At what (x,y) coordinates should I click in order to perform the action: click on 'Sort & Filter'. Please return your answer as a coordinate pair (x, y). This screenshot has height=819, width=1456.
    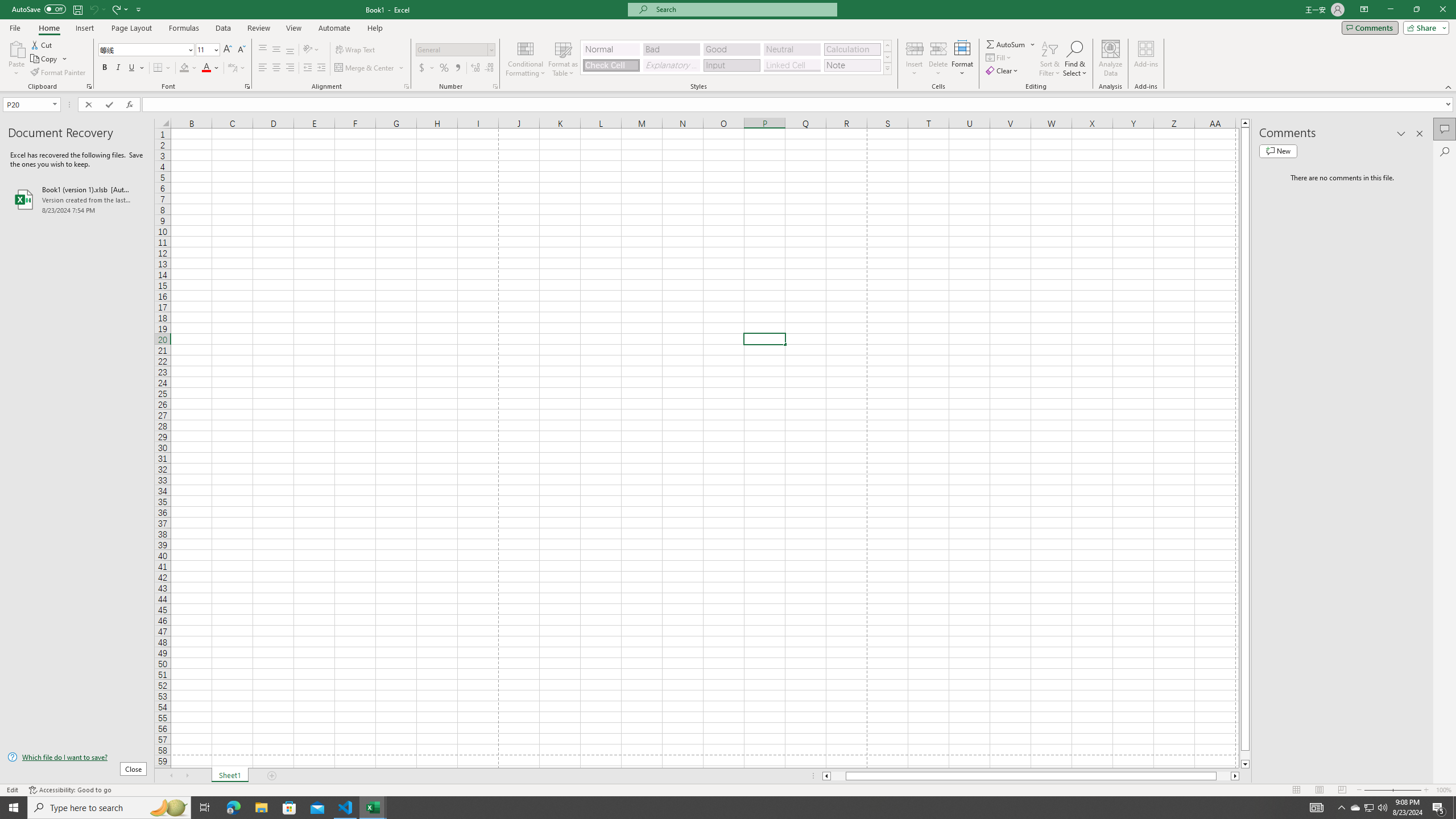
    Looking at the image, I should click on (1049, 59).